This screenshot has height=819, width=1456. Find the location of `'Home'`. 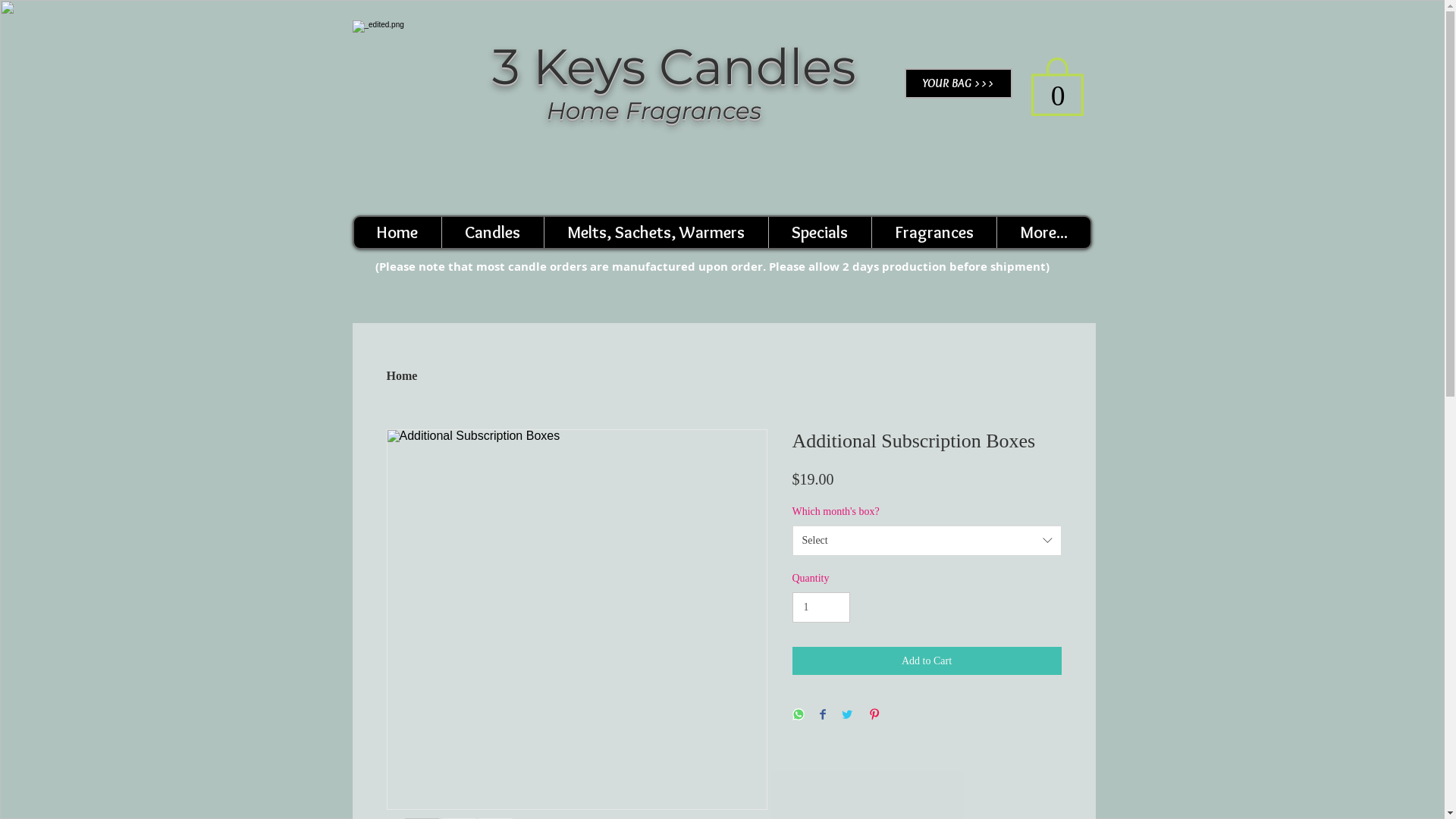

'Home' is located at coordinates (397, 232).